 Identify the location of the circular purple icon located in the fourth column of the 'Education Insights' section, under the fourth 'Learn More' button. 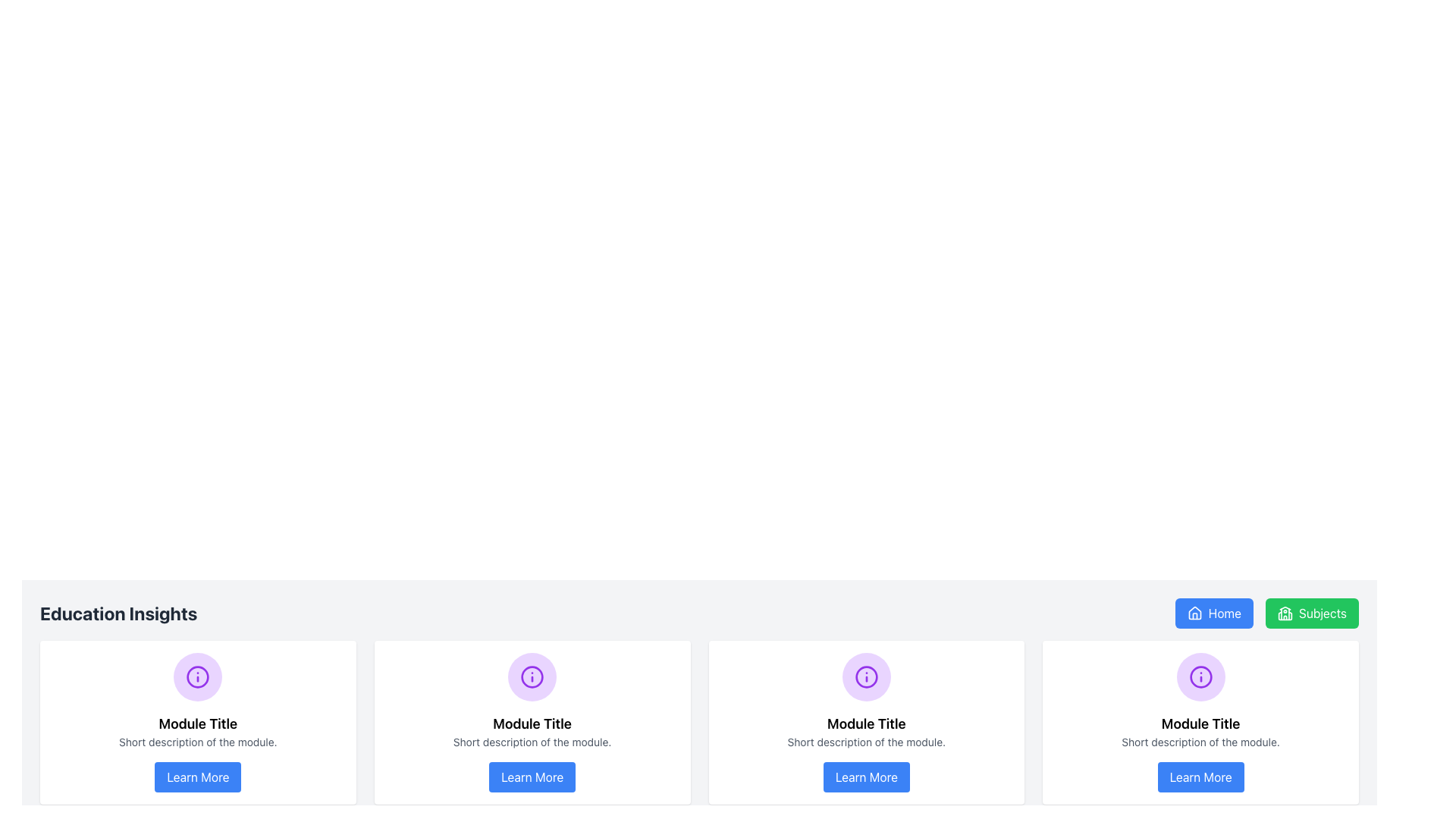
(1200, 701).